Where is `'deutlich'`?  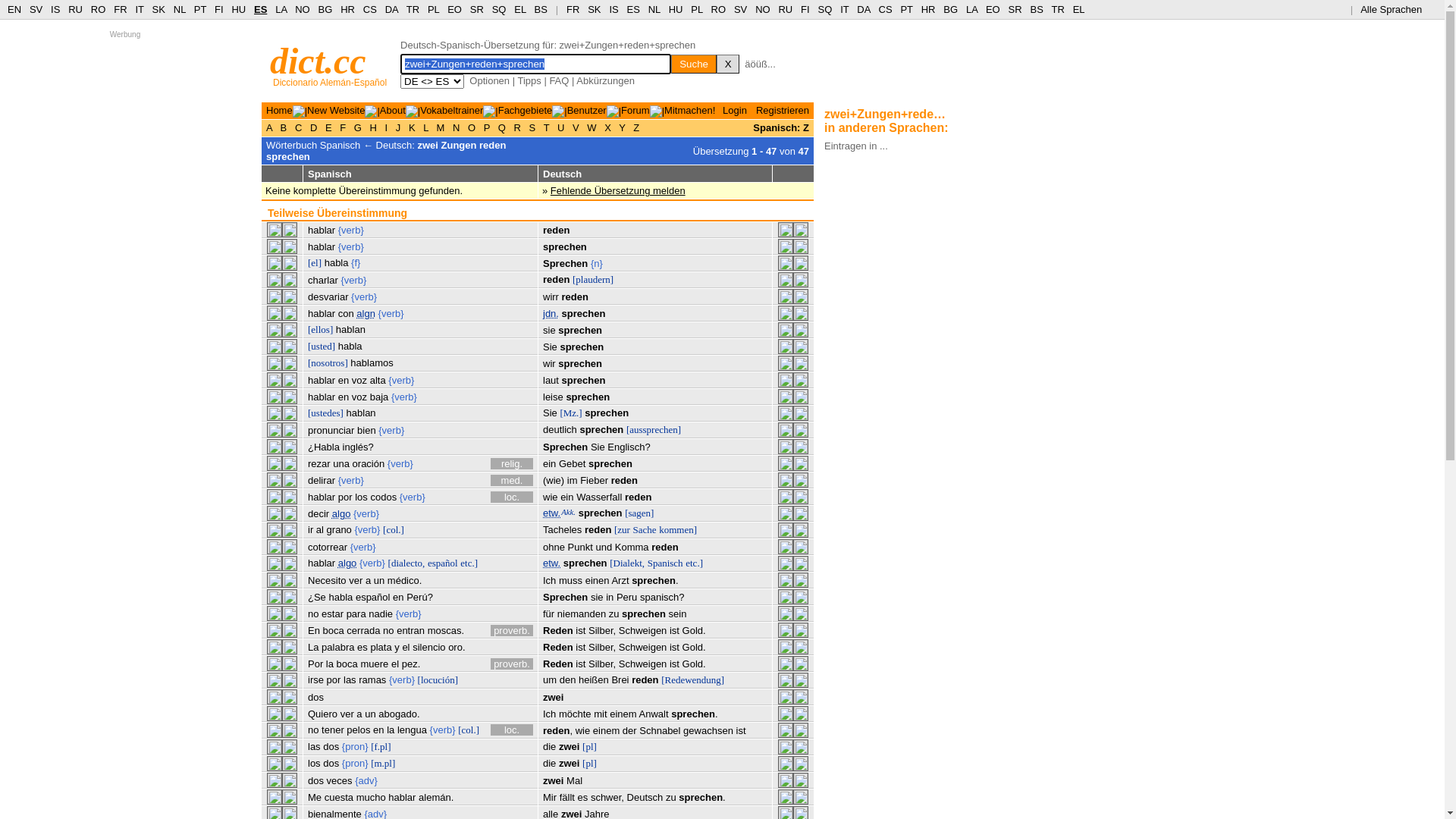 'deutlich' is located at coordinates (542, 429).